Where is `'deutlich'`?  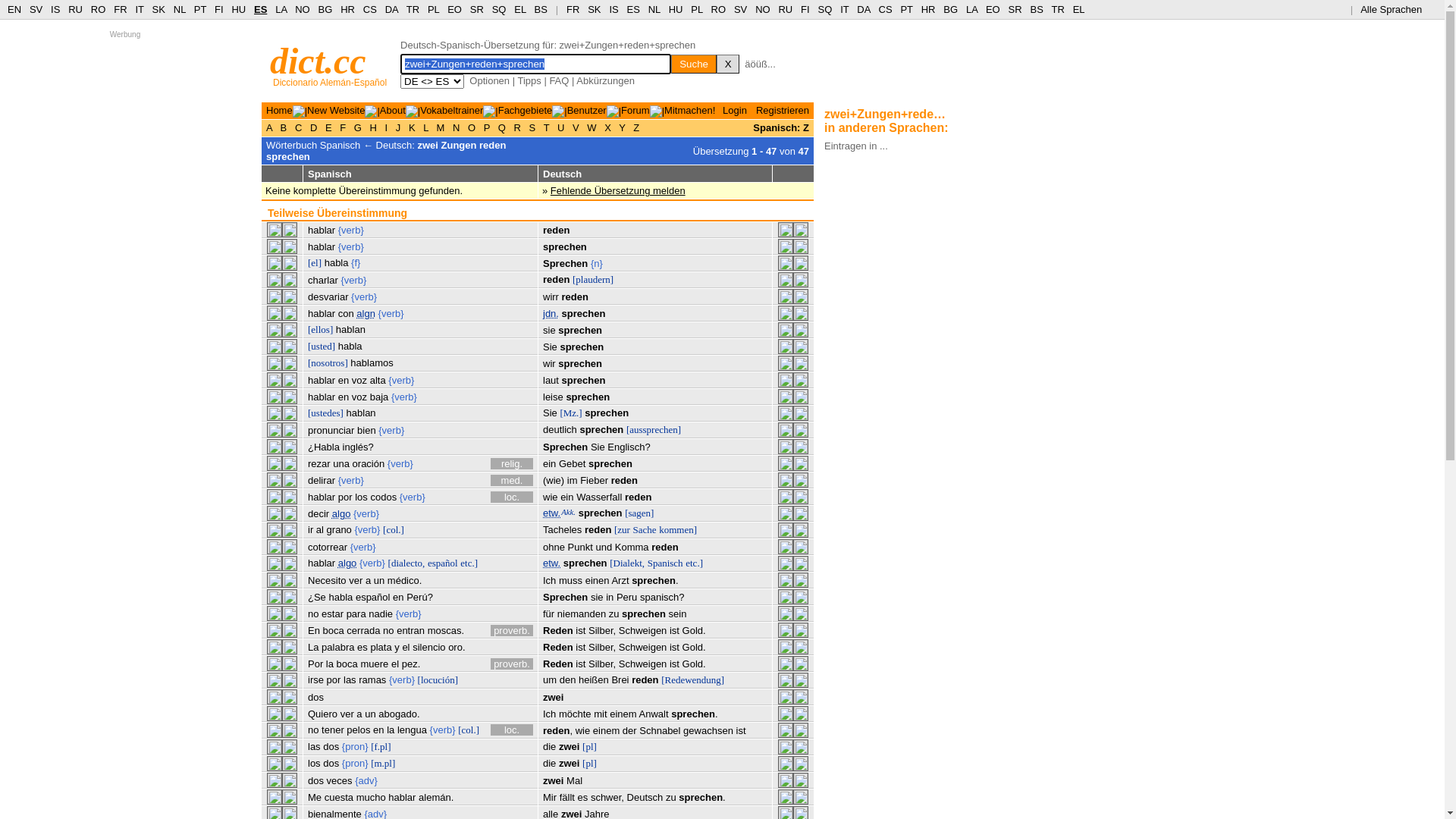 'deutlich' is located at coordinates (542, 429).